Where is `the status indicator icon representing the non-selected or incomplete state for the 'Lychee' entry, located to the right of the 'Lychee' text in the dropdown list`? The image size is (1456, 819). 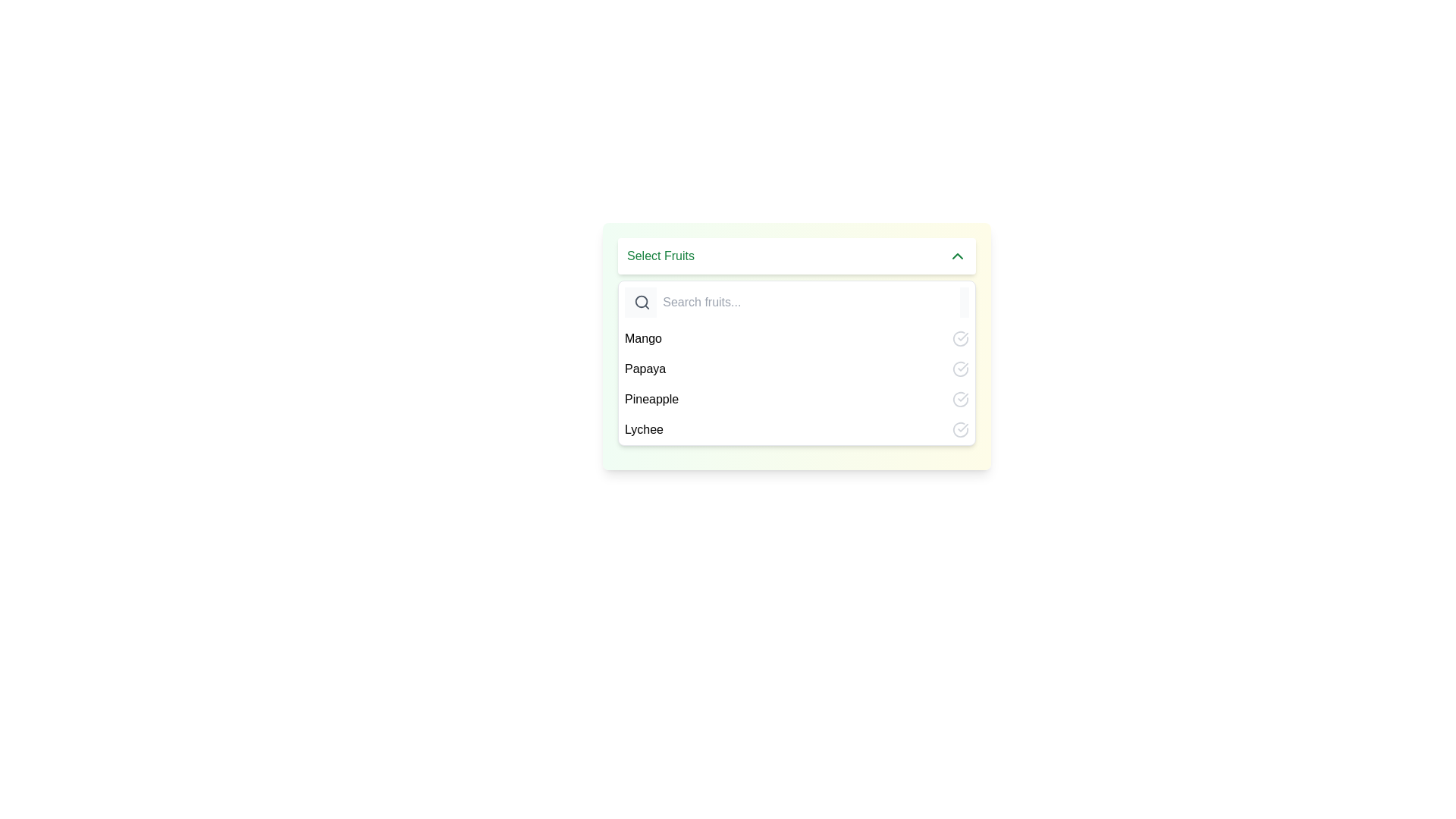
the status indicator icon representing the non-selected or incomplete state for the 'Lychee' entry, located to the right of the 'Lychee' text in the dropdown list is located at coordinates (960, 430).